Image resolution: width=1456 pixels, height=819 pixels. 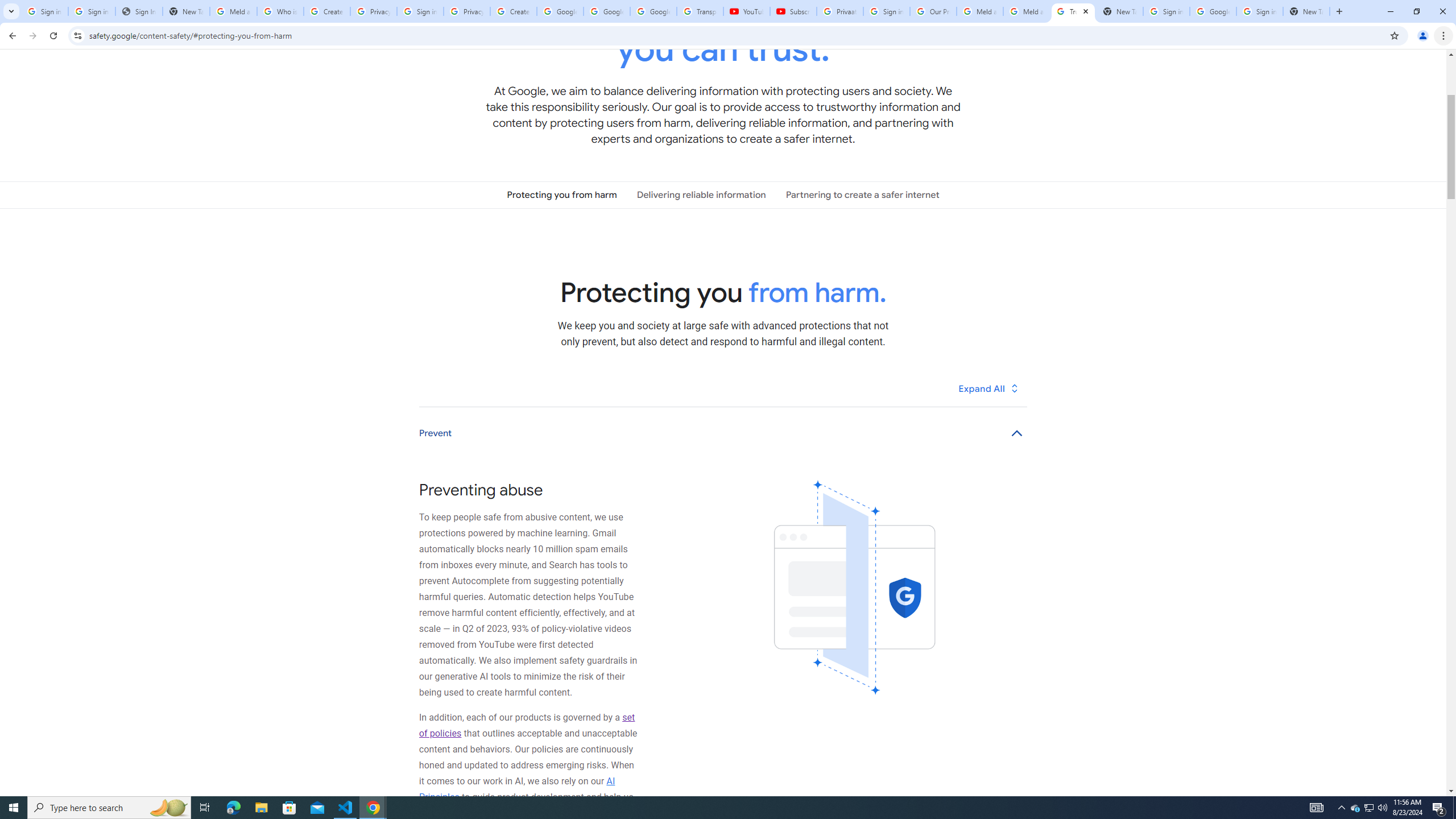 What do you see at coordinates (561, 194) in the screenshot?
I see `'Protecting you from harm'` at bounding box center [561, 194].